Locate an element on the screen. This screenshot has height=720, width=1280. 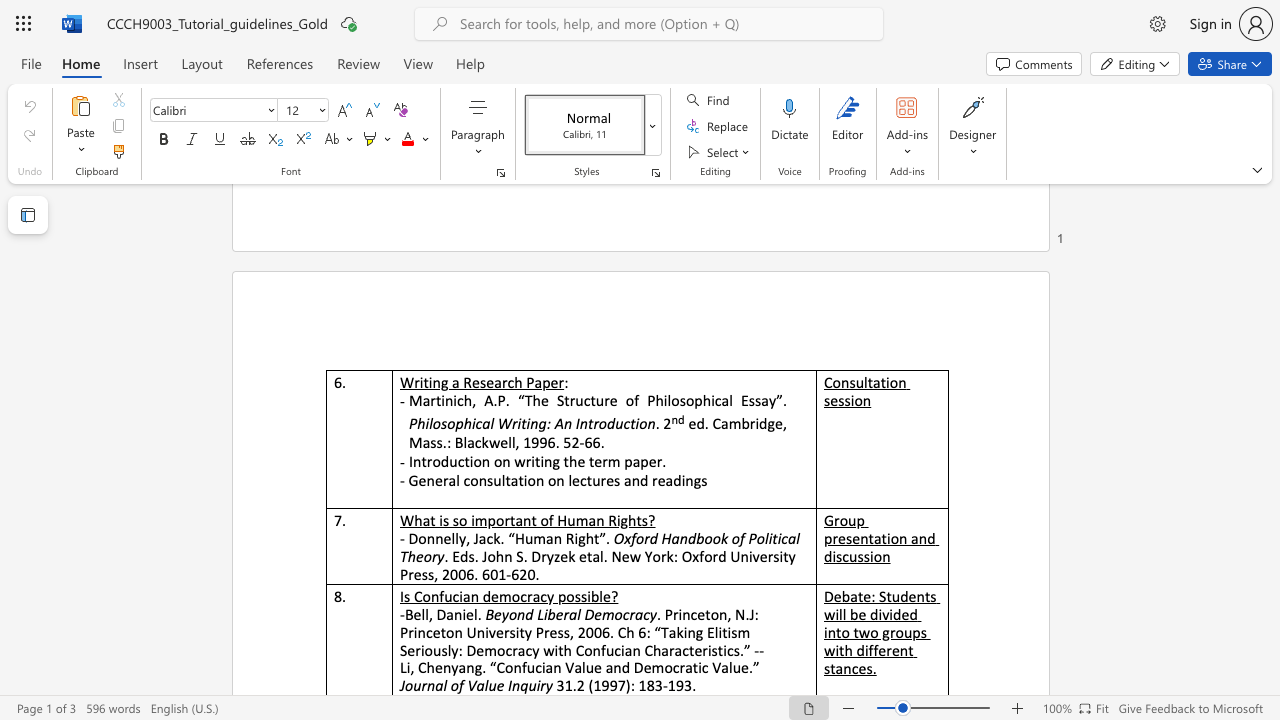
the subset text "alue I" within the text "Journal of Value Inquiry" is located at coordinates (475, 684).